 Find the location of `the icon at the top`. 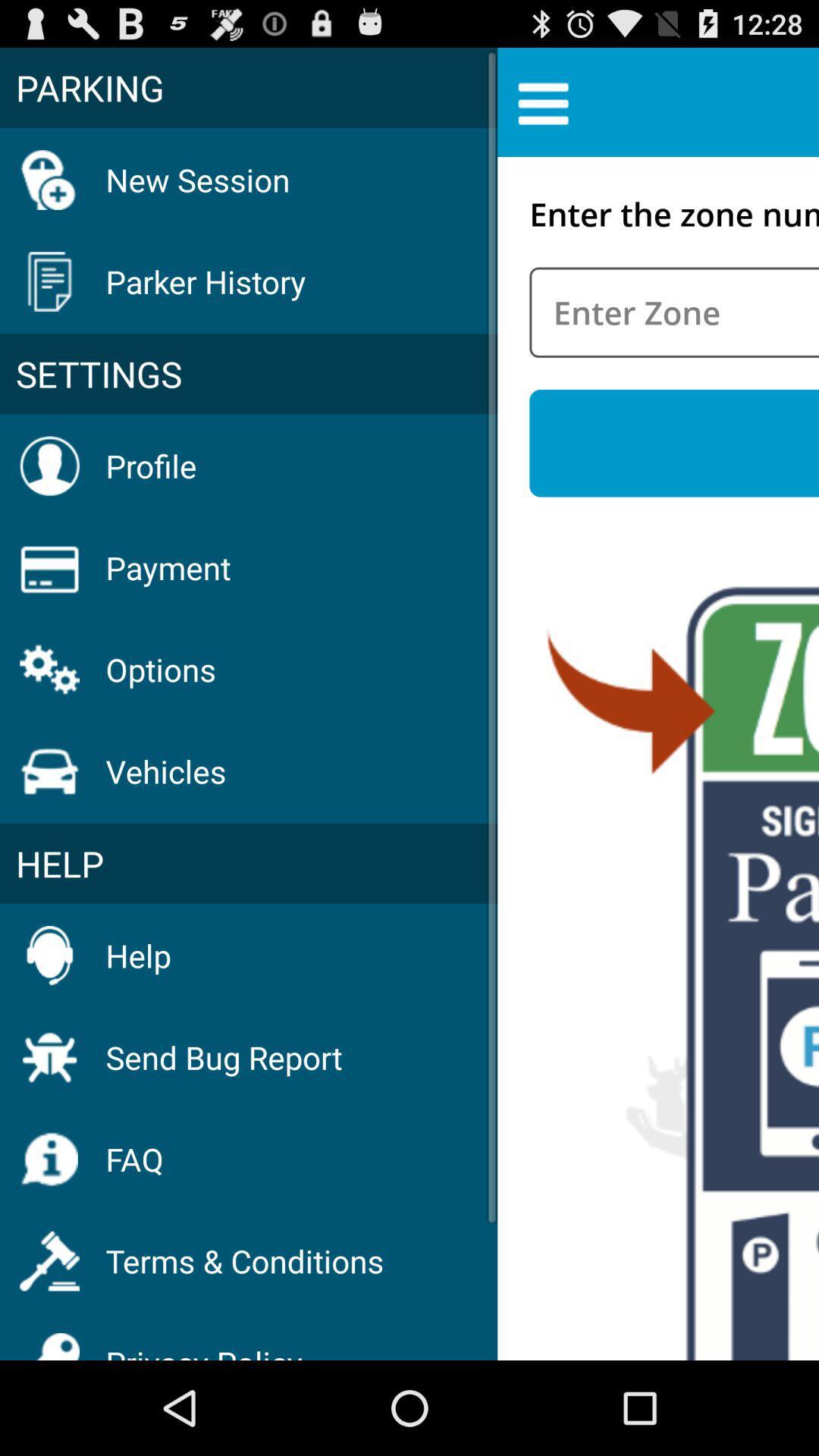

the icon at the top is located at coordinates (542, 101).